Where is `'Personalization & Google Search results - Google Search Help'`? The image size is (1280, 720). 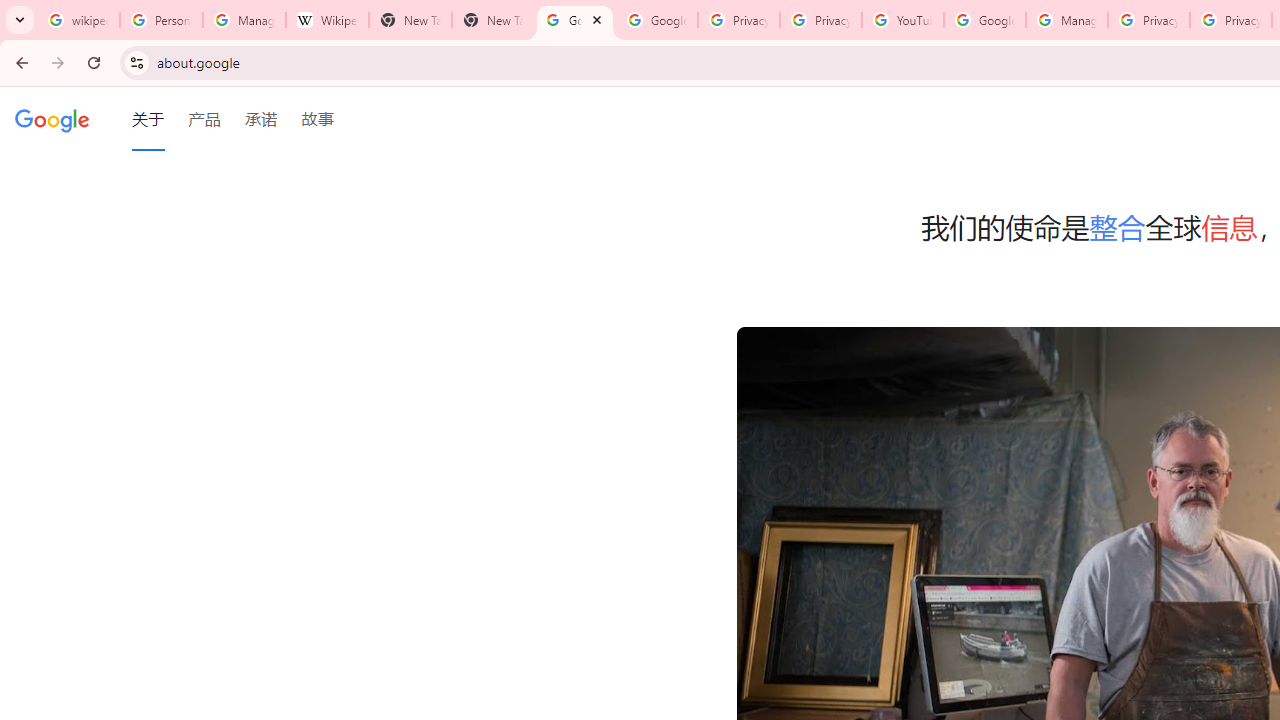 'Personalization & Google Search results - Google Search Help' is located at coordinates (161, 20).